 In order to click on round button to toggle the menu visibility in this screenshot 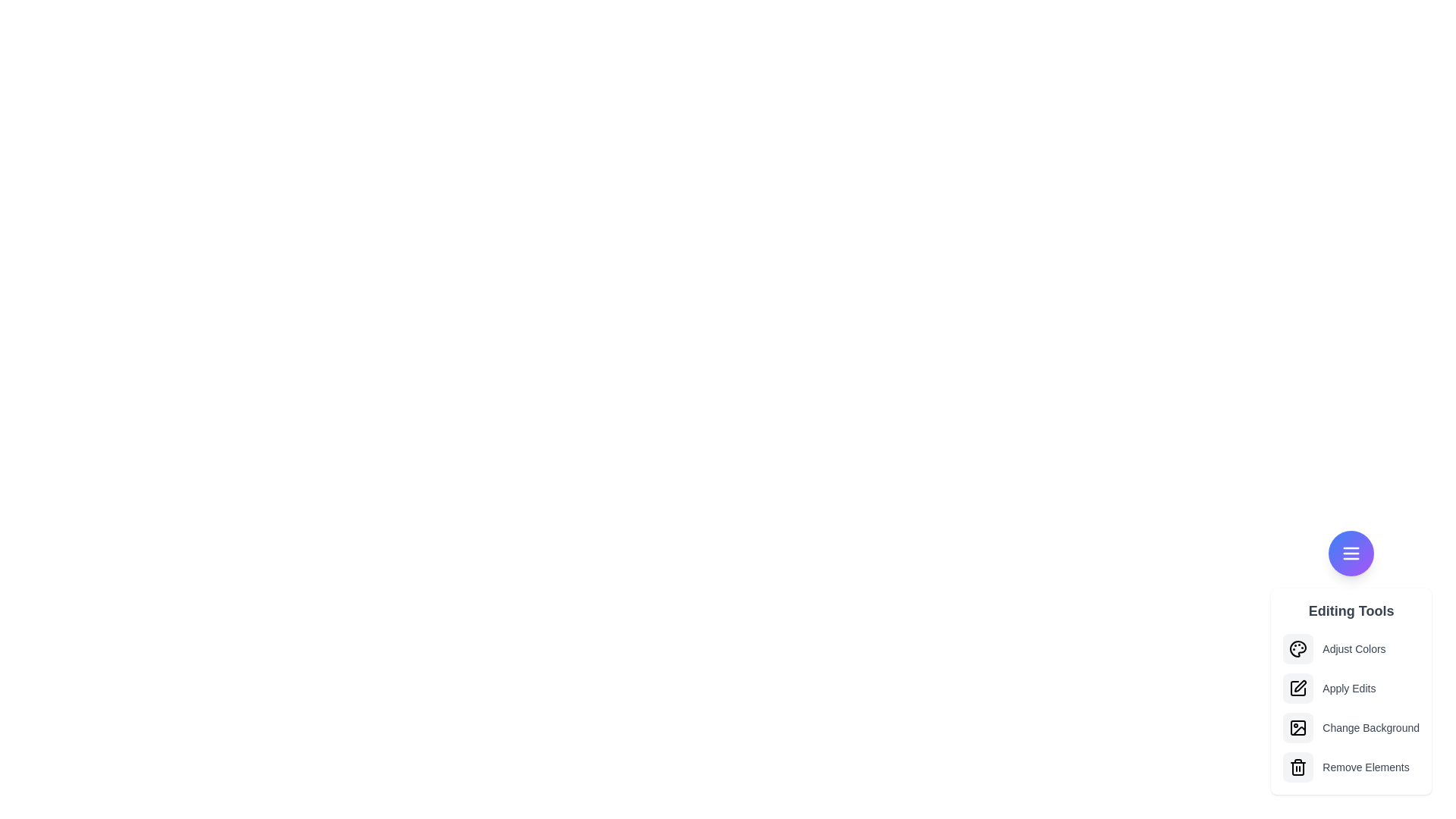, I will do `click(1351, 553)`.